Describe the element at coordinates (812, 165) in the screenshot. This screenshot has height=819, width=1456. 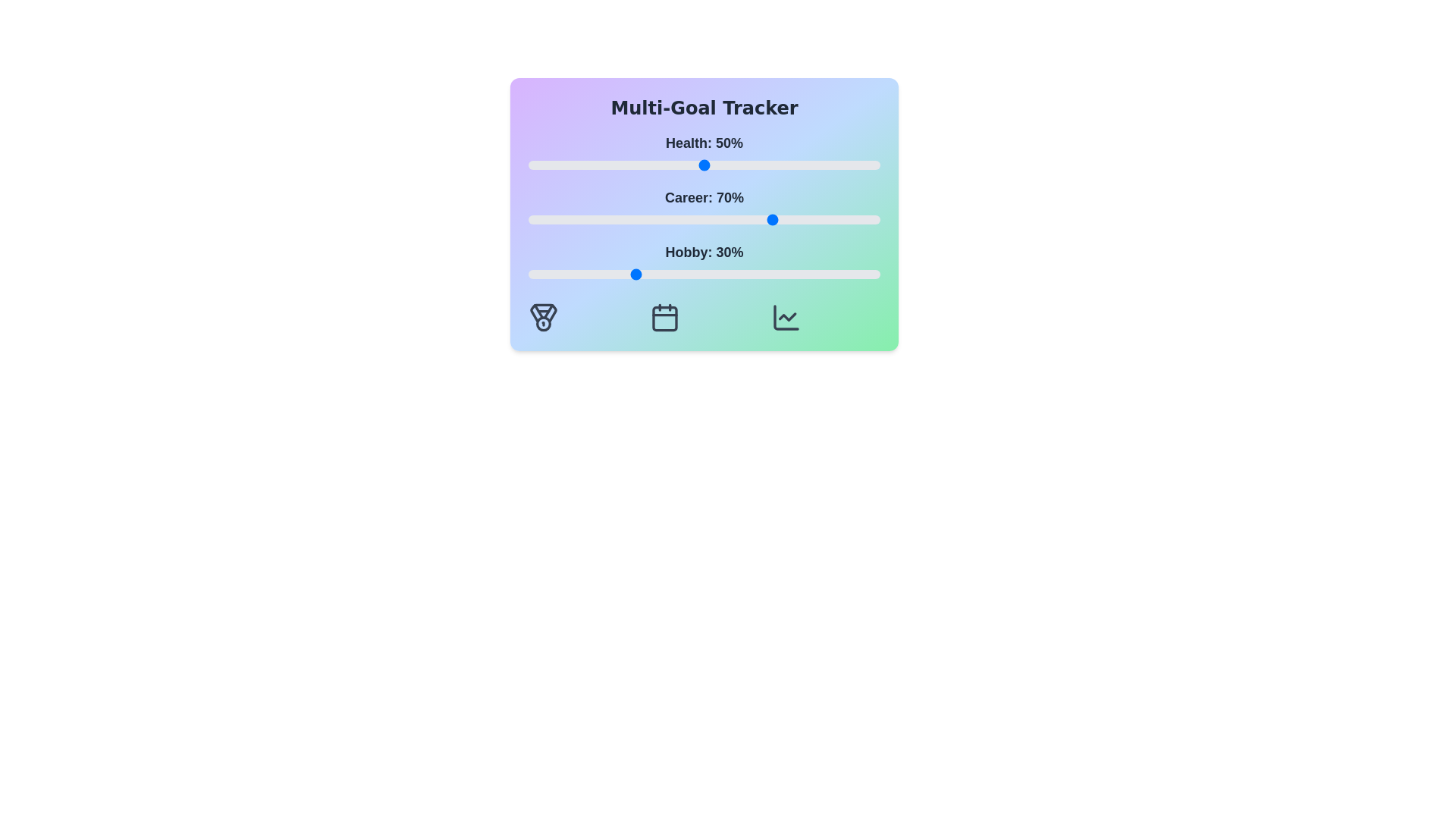
I see `the 'Health' slider to 81%` at that location.